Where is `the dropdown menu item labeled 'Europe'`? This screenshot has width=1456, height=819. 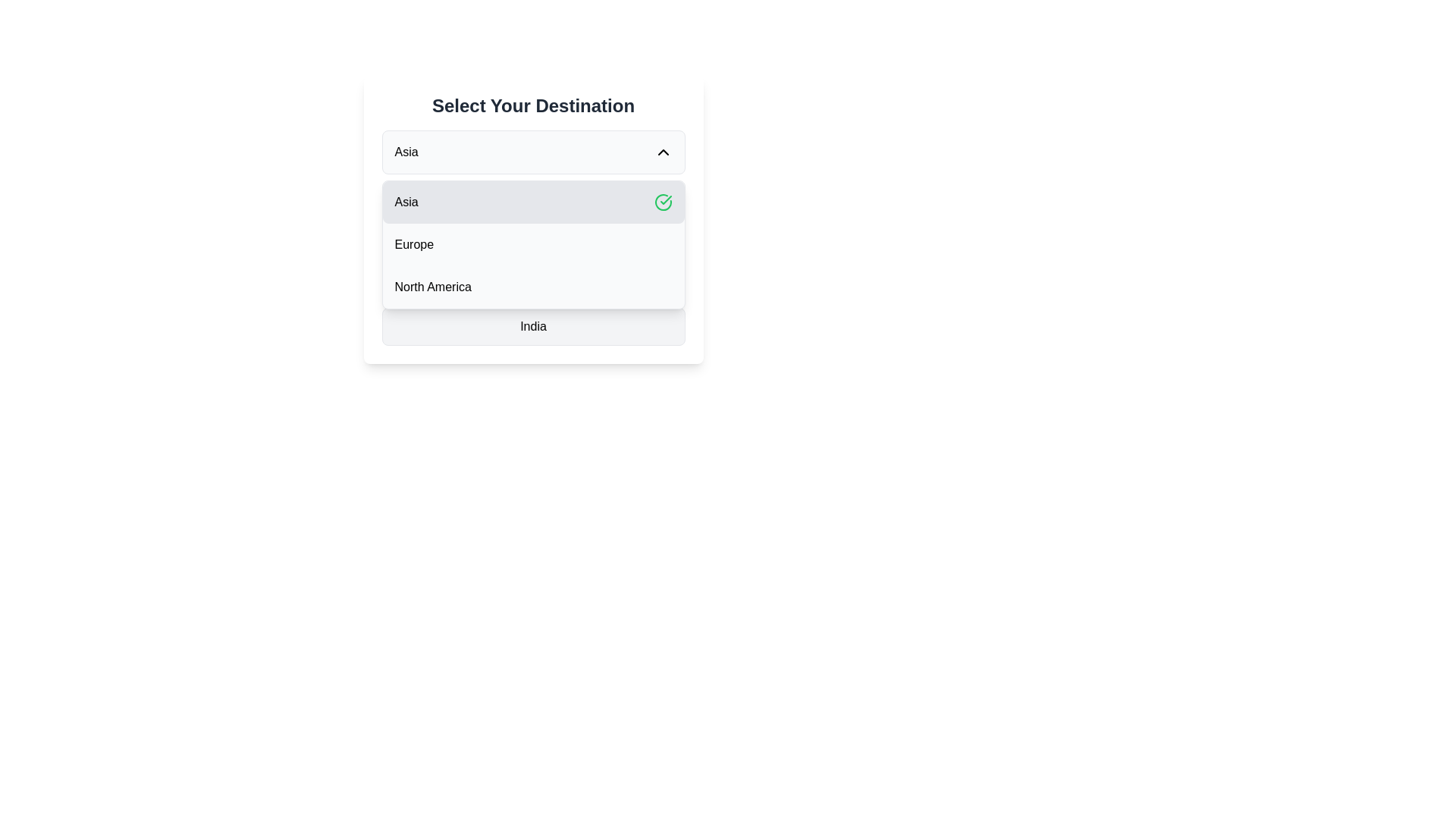 the dropdown menu item labeled 'Europe' is located at coordinates (533, 244).